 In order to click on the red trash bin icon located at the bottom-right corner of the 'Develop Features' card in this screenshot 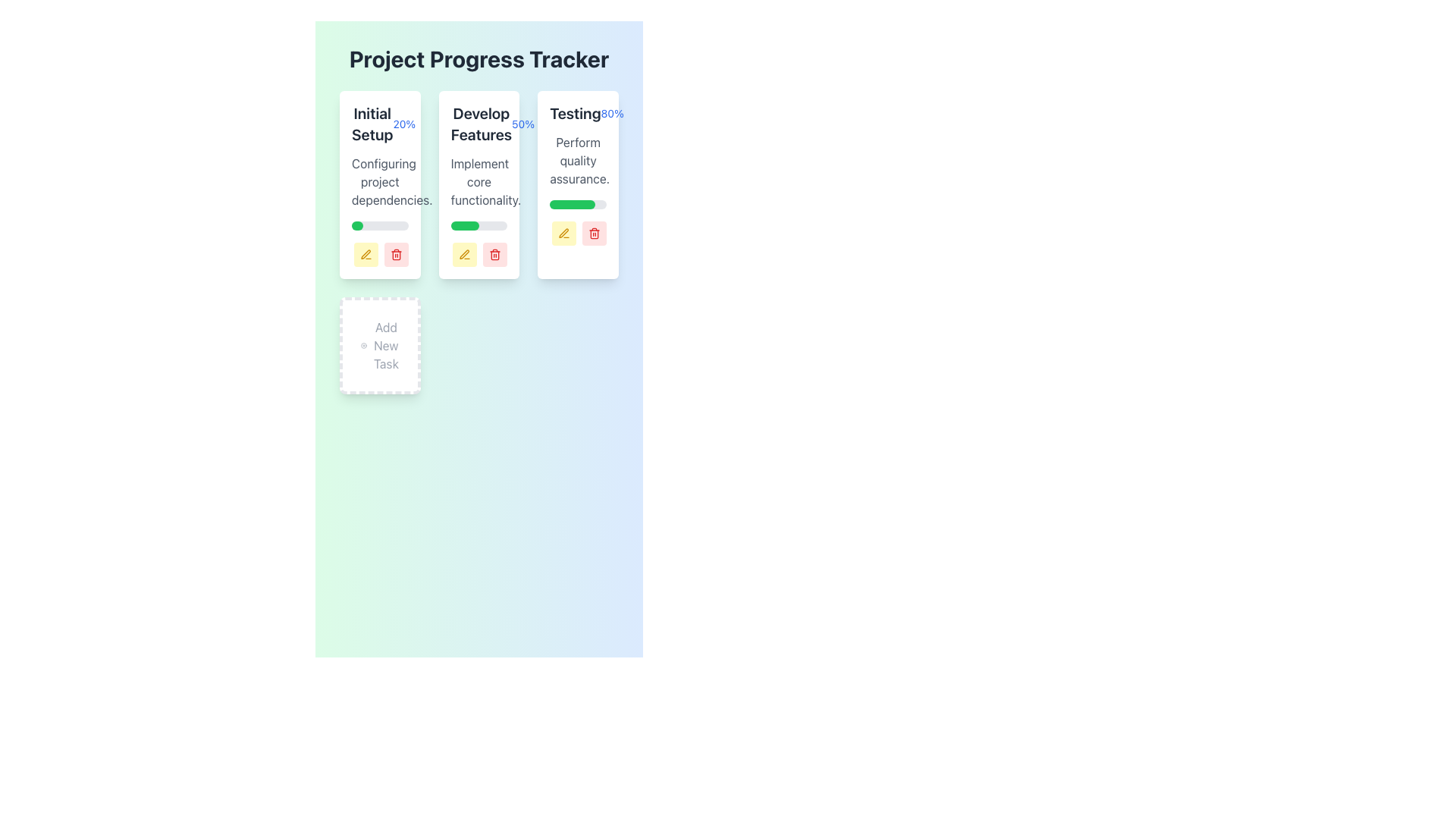, I will do `click(495, 253)`.